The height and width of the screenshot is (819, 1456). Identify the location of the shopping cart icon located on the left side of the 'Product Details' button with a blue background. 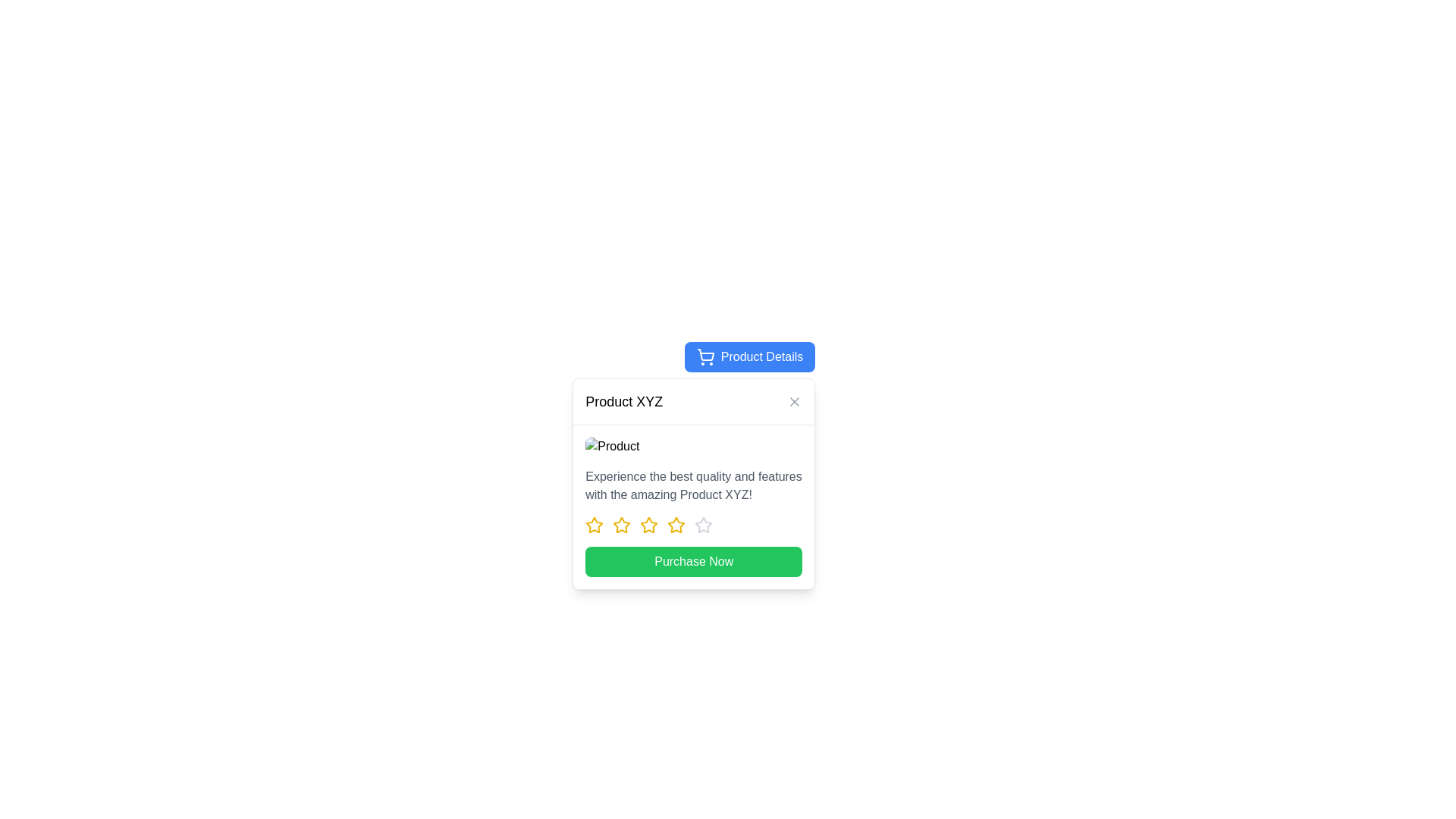
(704, 356).